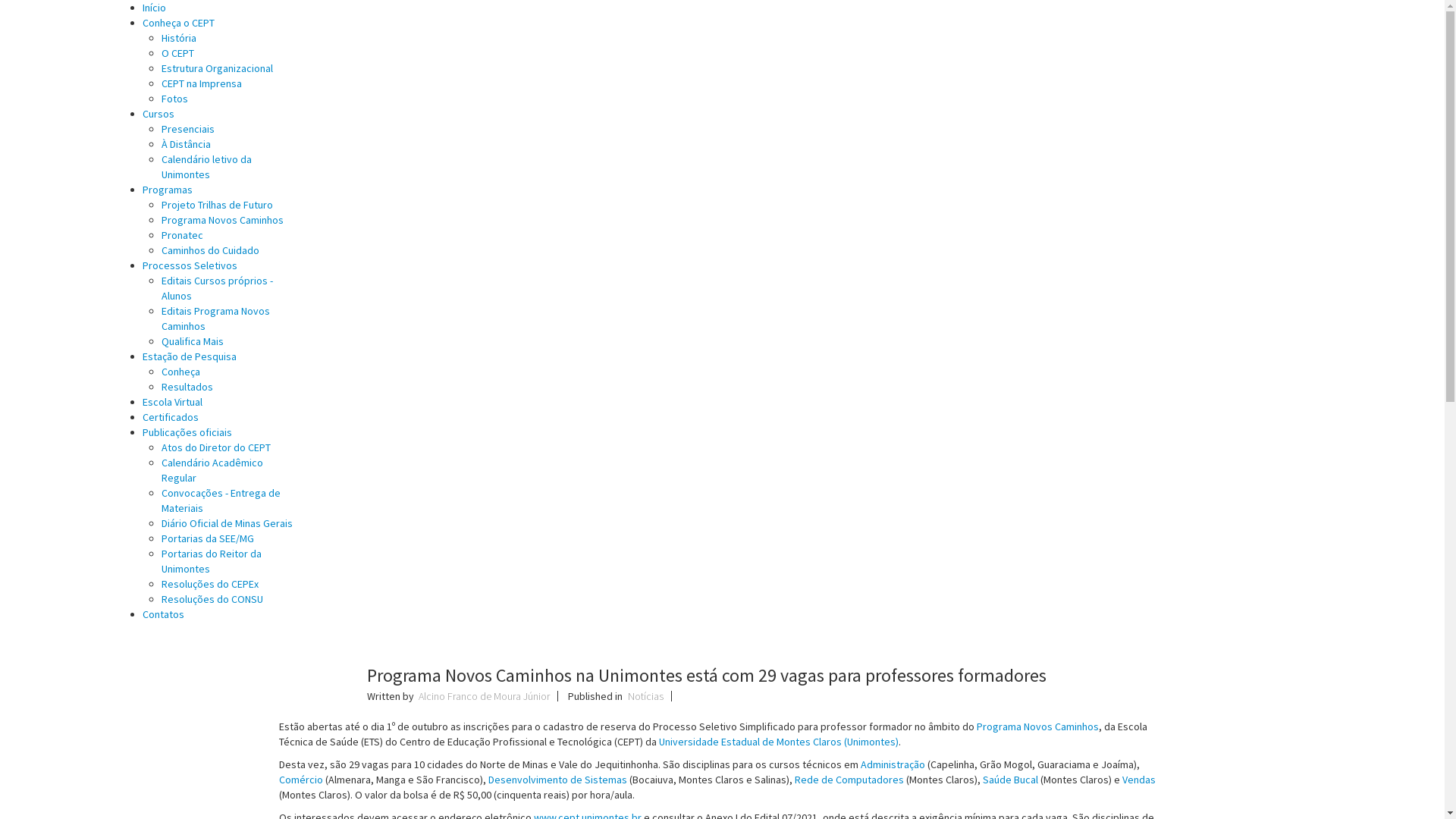 This screenshot has height=819, width=1456. I want to click on 'Programas', so click(167, 189).